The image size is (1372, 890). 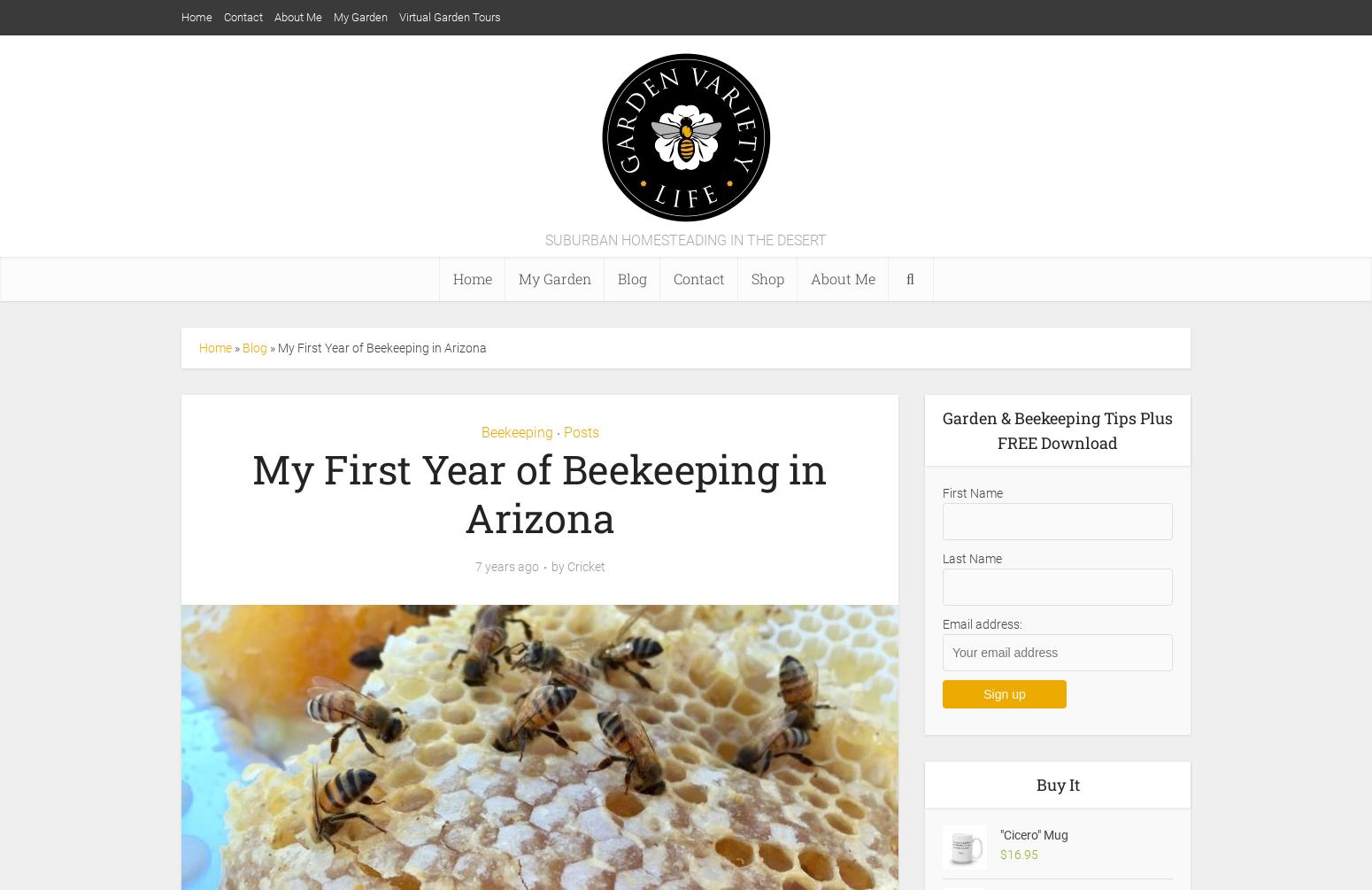 What do you see at coordinates (1021, 854) in the screenshot?
I see `'16.95'` at bounding box center [1021, 854].